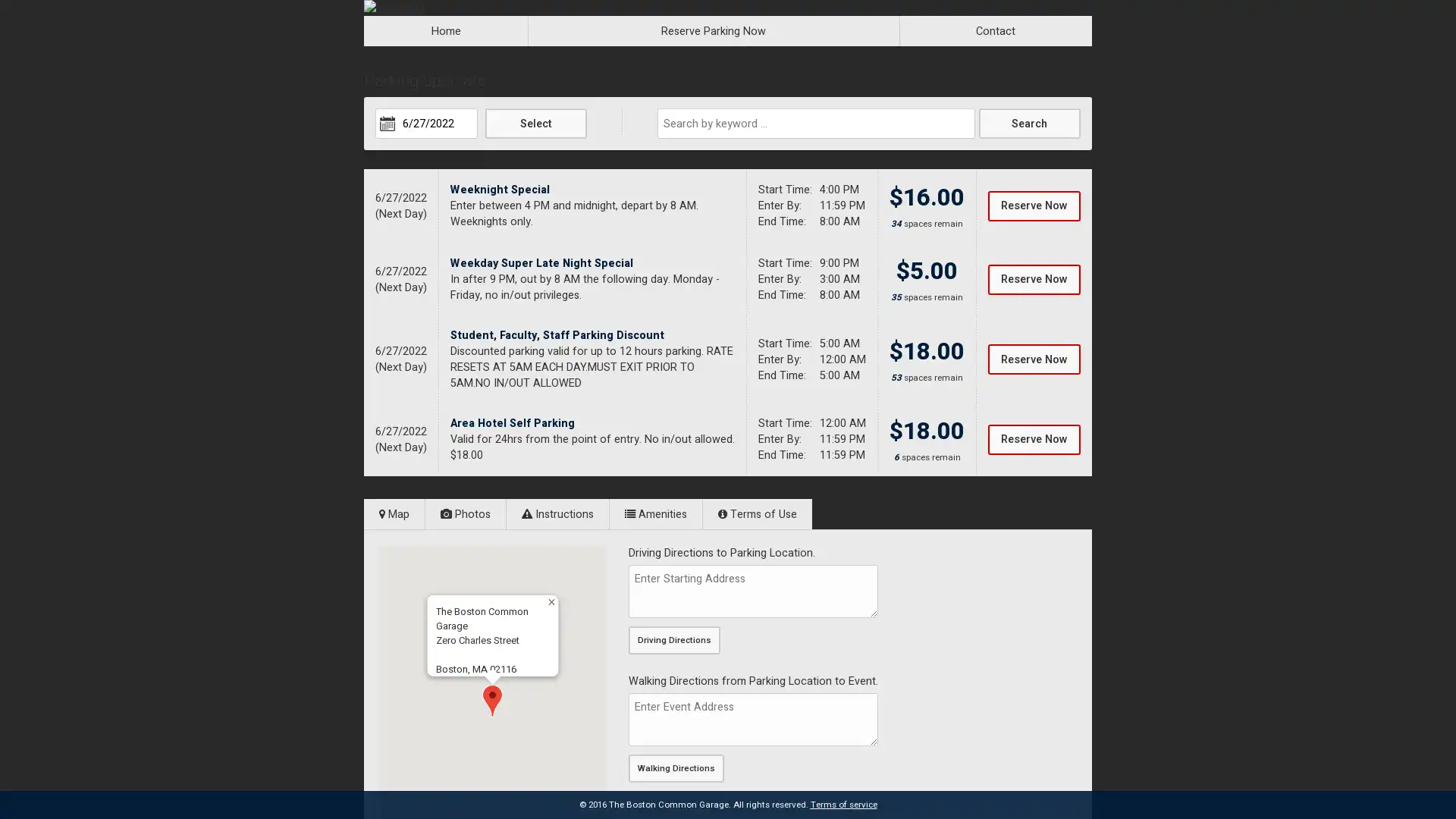 Image resolution: width=1456 pixels, height=819 pixels. I want to click on Search, so click(1029, 122).